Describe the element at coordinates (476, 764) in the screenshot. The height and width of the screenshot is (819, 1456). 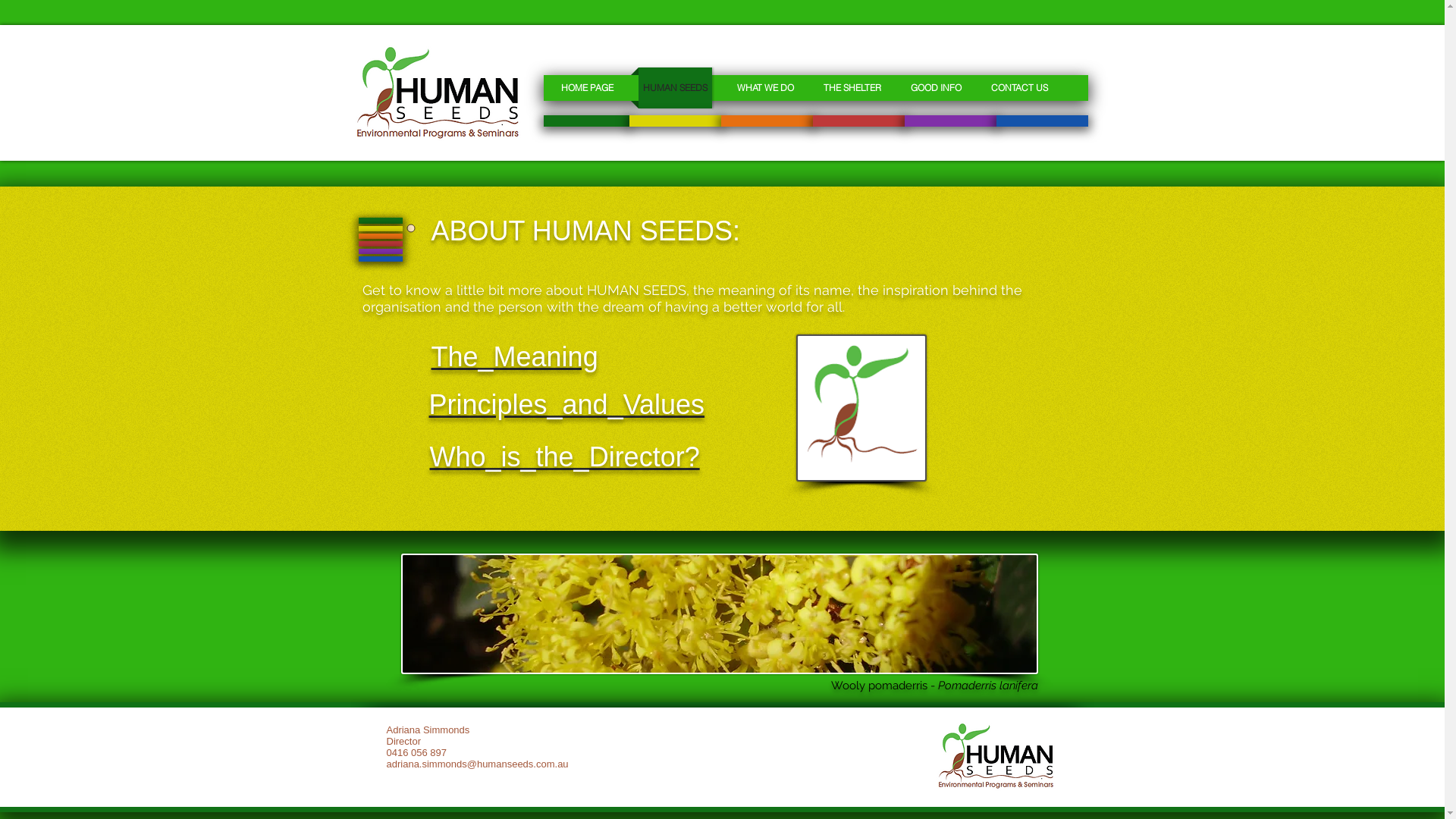
I see `'adriana.simmonds@humanseeds.com.au'` at that location.